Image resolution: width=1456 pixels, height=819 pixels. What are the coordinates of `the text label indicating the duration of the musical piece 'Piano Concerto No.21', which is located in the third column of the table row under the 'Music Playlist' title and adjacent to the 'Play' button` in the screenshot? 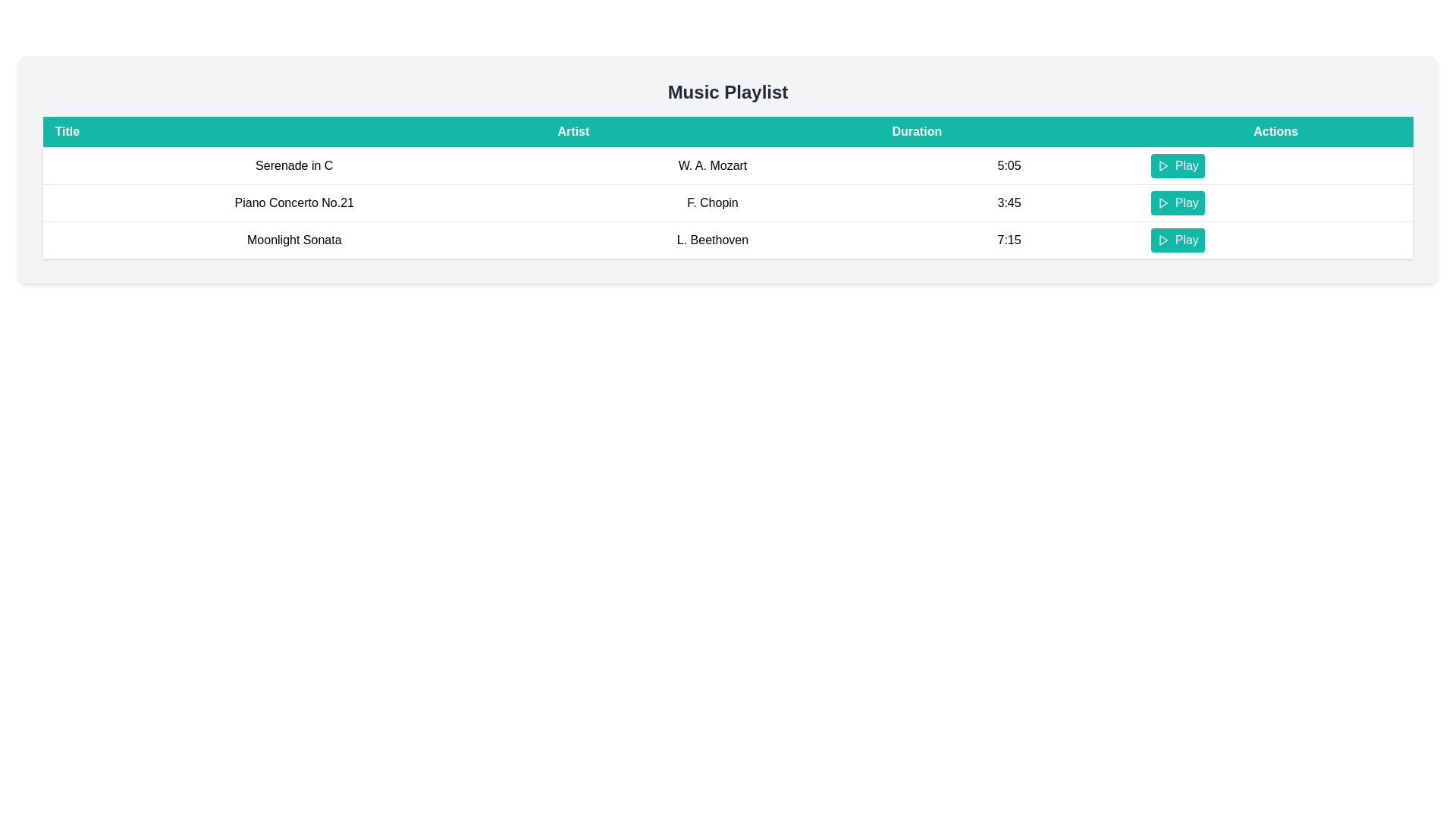 It's located at (1009, 202).